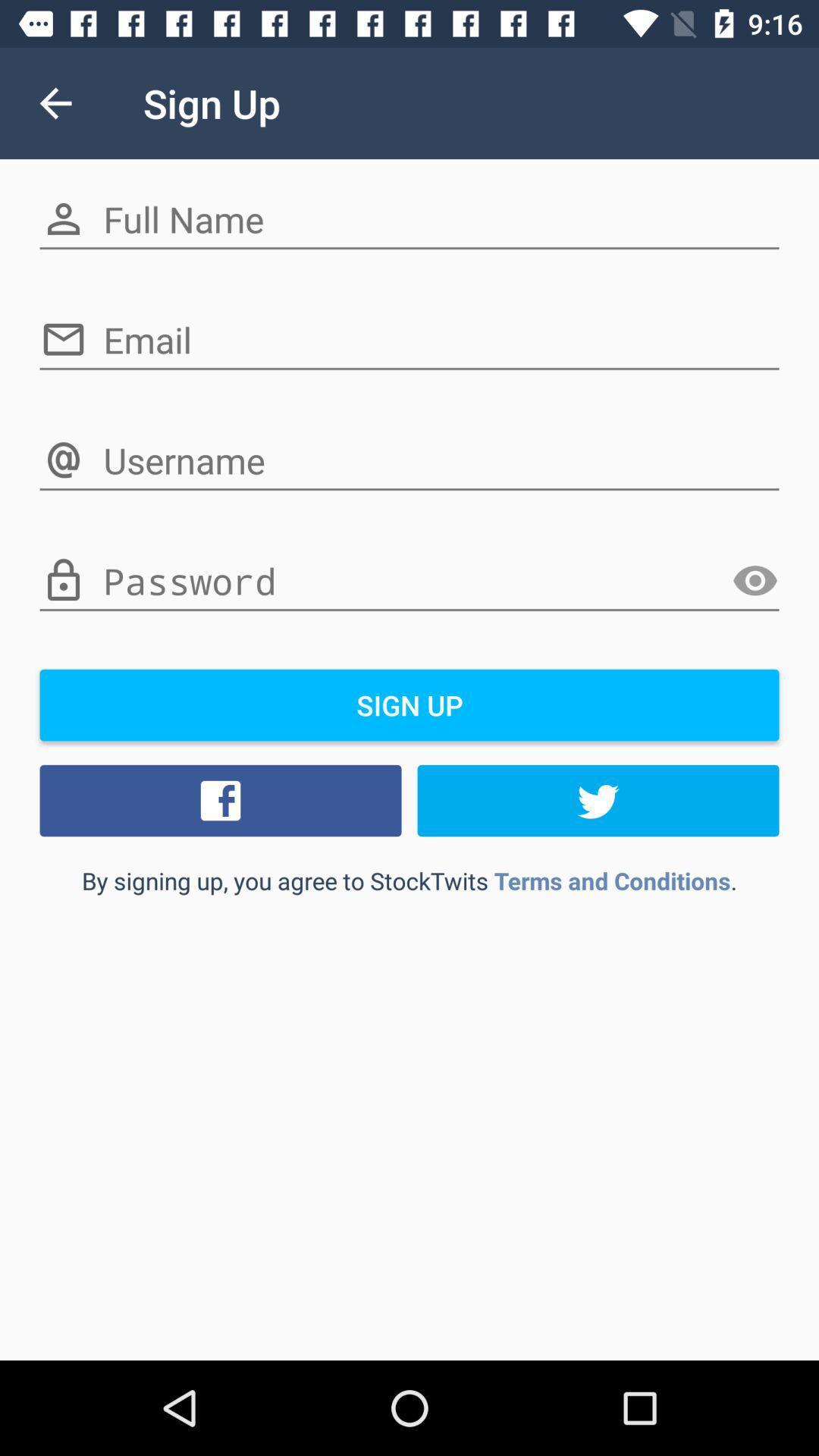 The image size is (819, 1456). What do you see at coordinates (755, 580) in the screenshot?
I see `the visibility icon` at bounding box center [755, 580].